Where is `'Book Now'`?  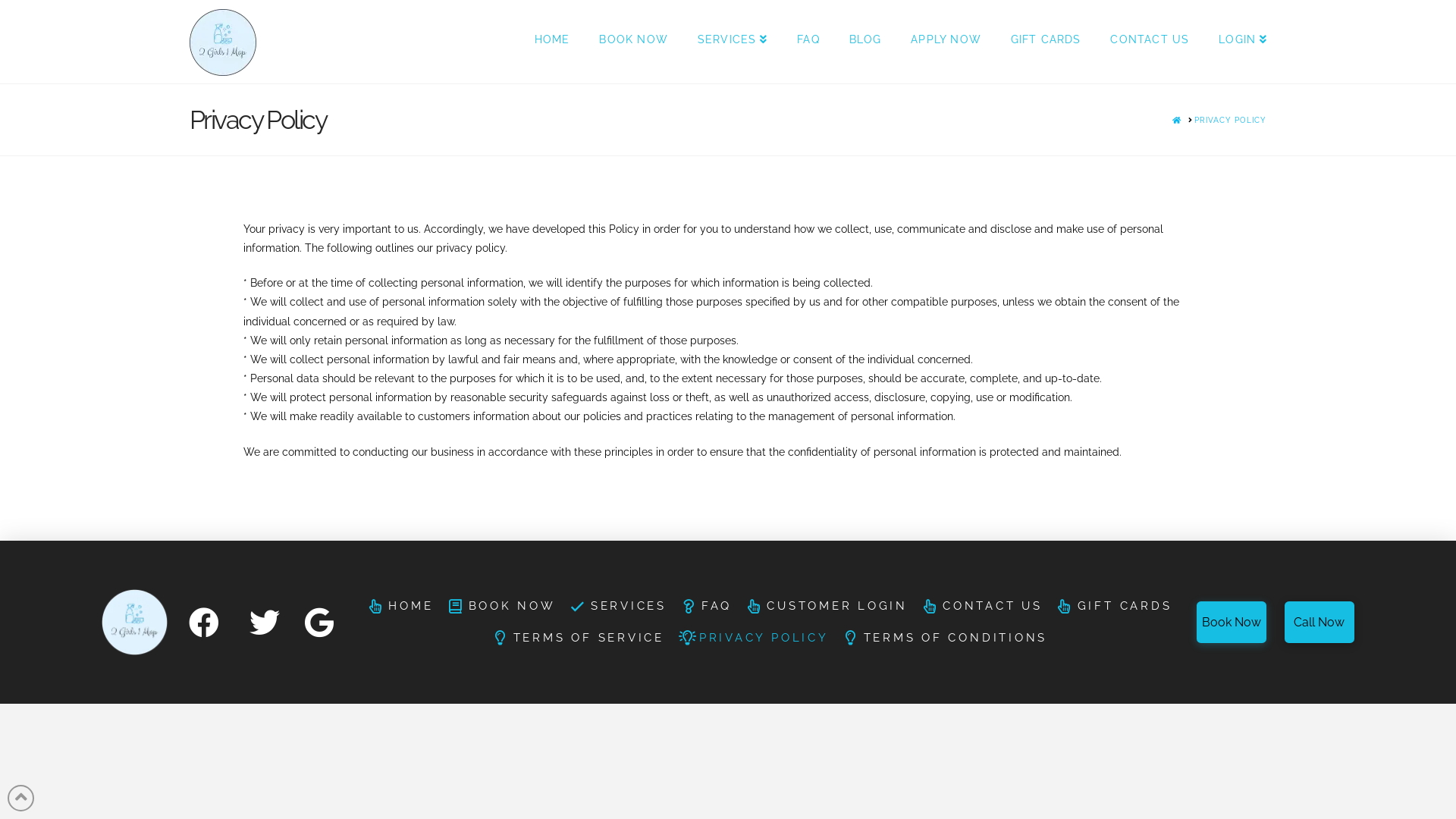
'Book Now' is located at coordinates (1231, 622).